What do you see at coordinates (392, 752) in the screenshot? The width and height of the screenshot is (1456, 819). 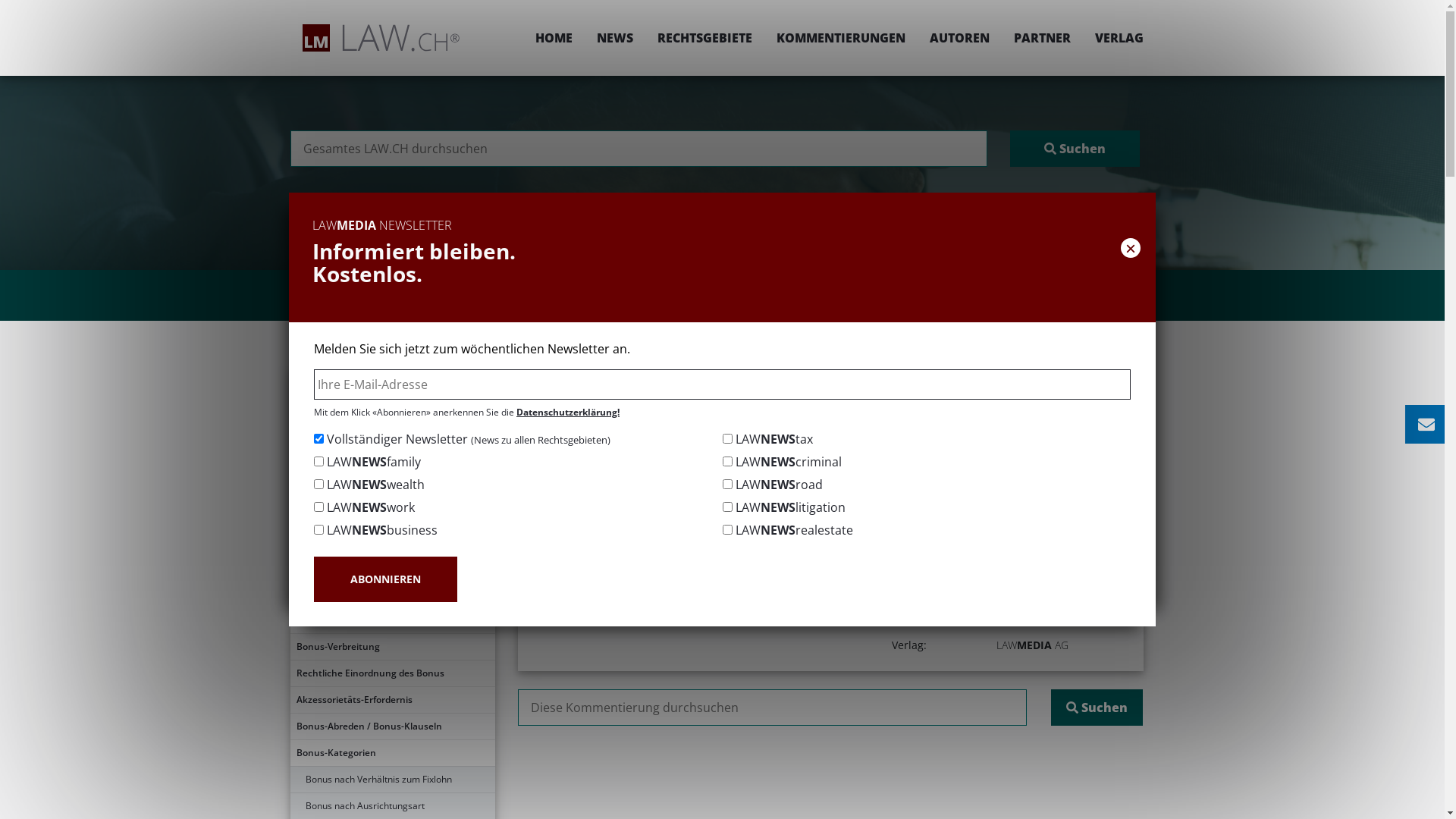 I see `'Bonus-Kategorien'` at bounding box center [392, 752].